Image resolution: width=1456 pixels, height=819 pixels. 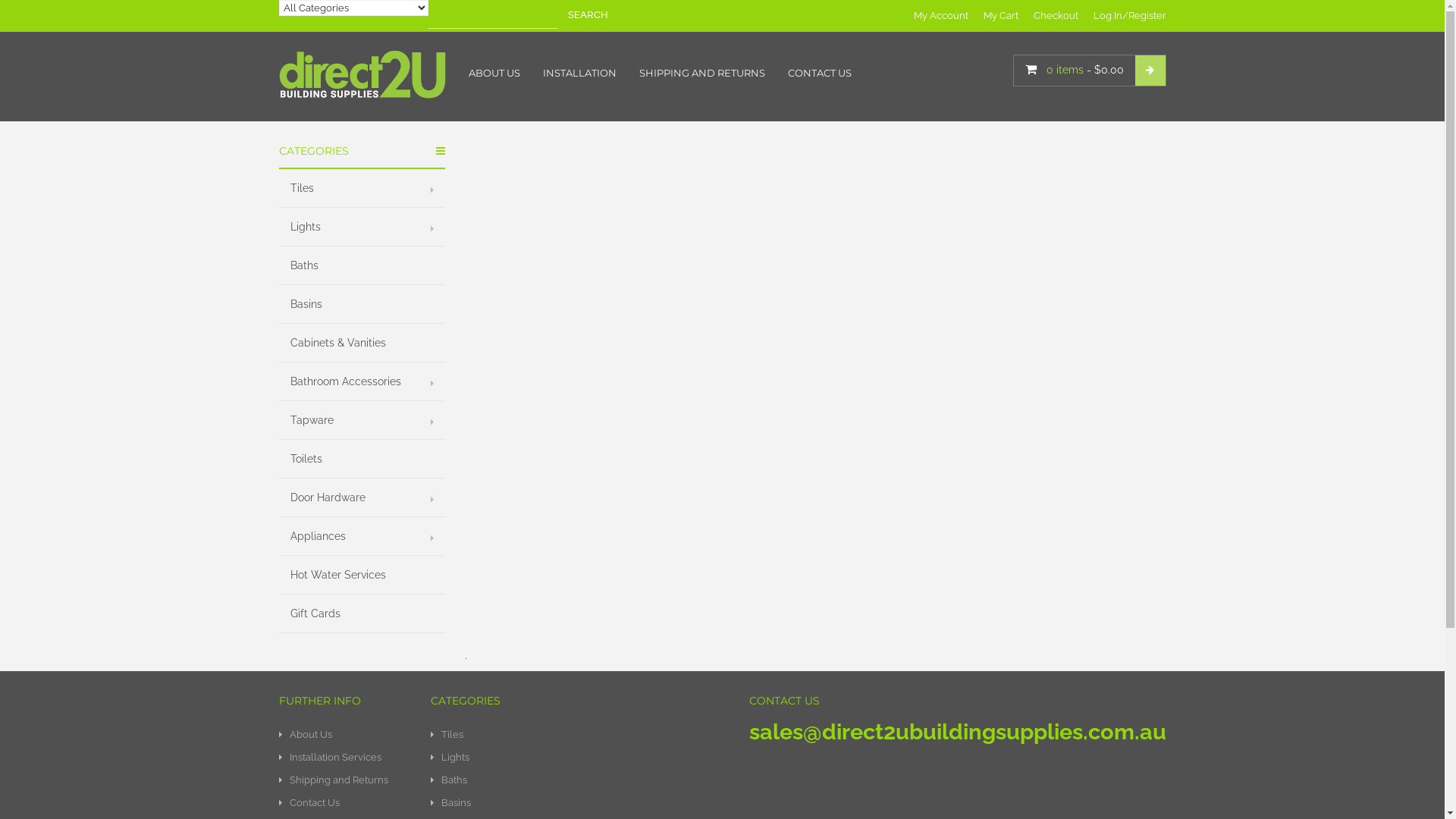 What do you see at coordinates (1000, 15) in the screenshot?
I see `'My Cart'` at bounding box center [1000, 15].